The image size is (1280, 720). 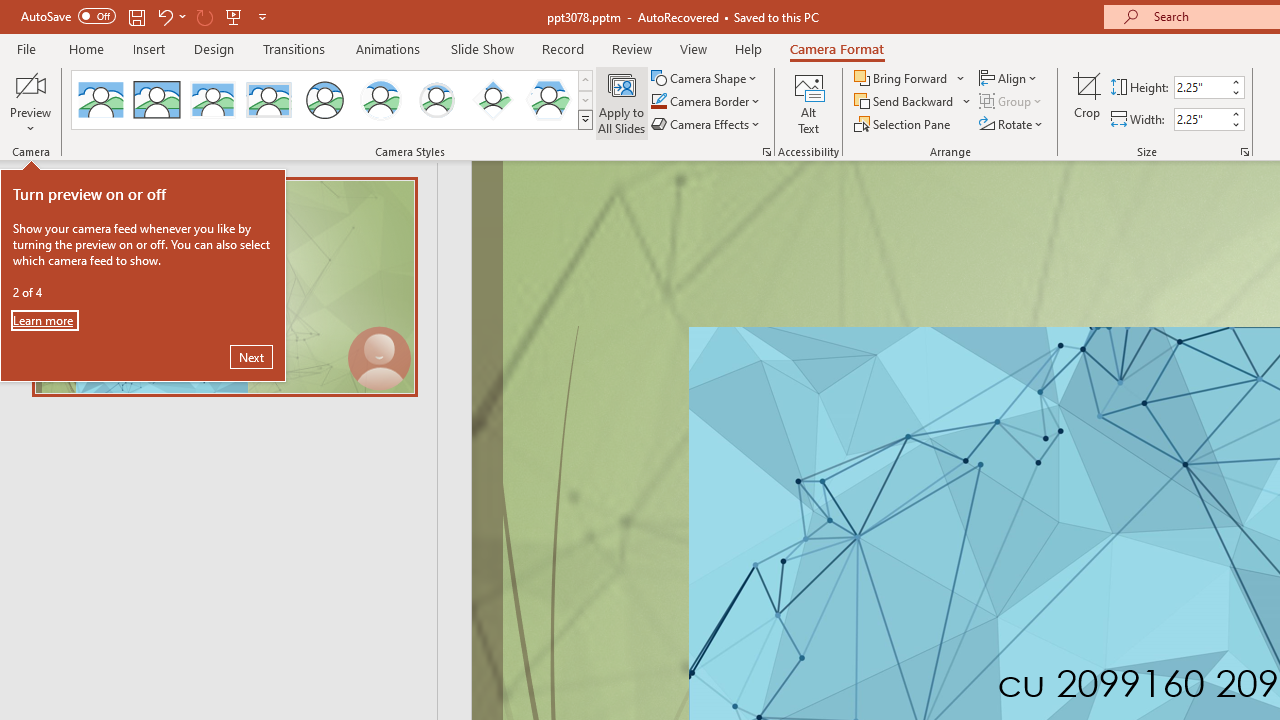 What do you see at coordinates (837, 48) in the screenshot?
I see `'Camera Format'` at bounding box center [837, 48].